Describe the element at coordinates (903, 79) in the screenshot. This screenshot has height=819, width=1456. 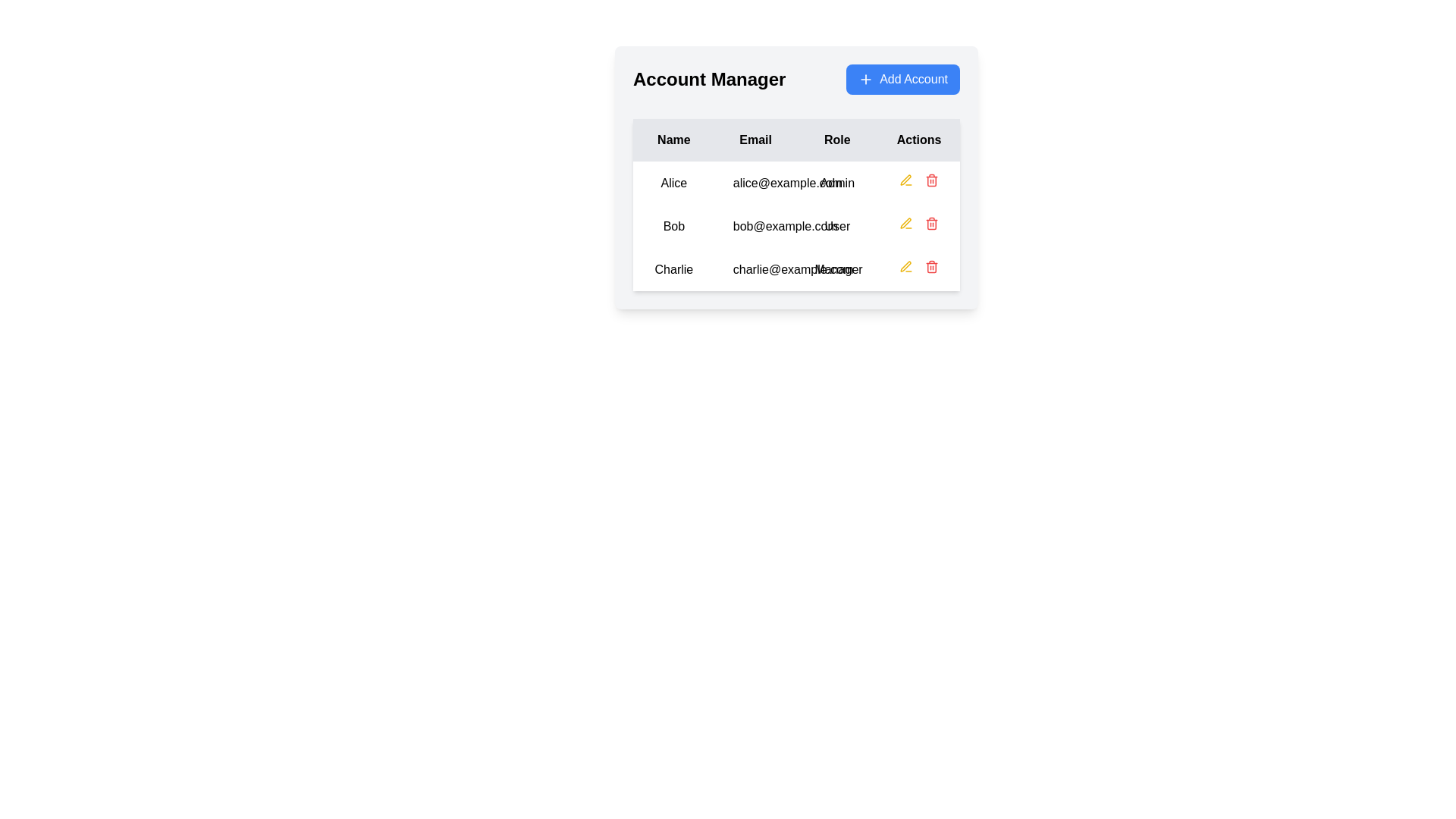
I see `the blue 'Add Account' button with rounded corners and a plus icon, located at the top-right corner next to 'Account Manager'` at that location.